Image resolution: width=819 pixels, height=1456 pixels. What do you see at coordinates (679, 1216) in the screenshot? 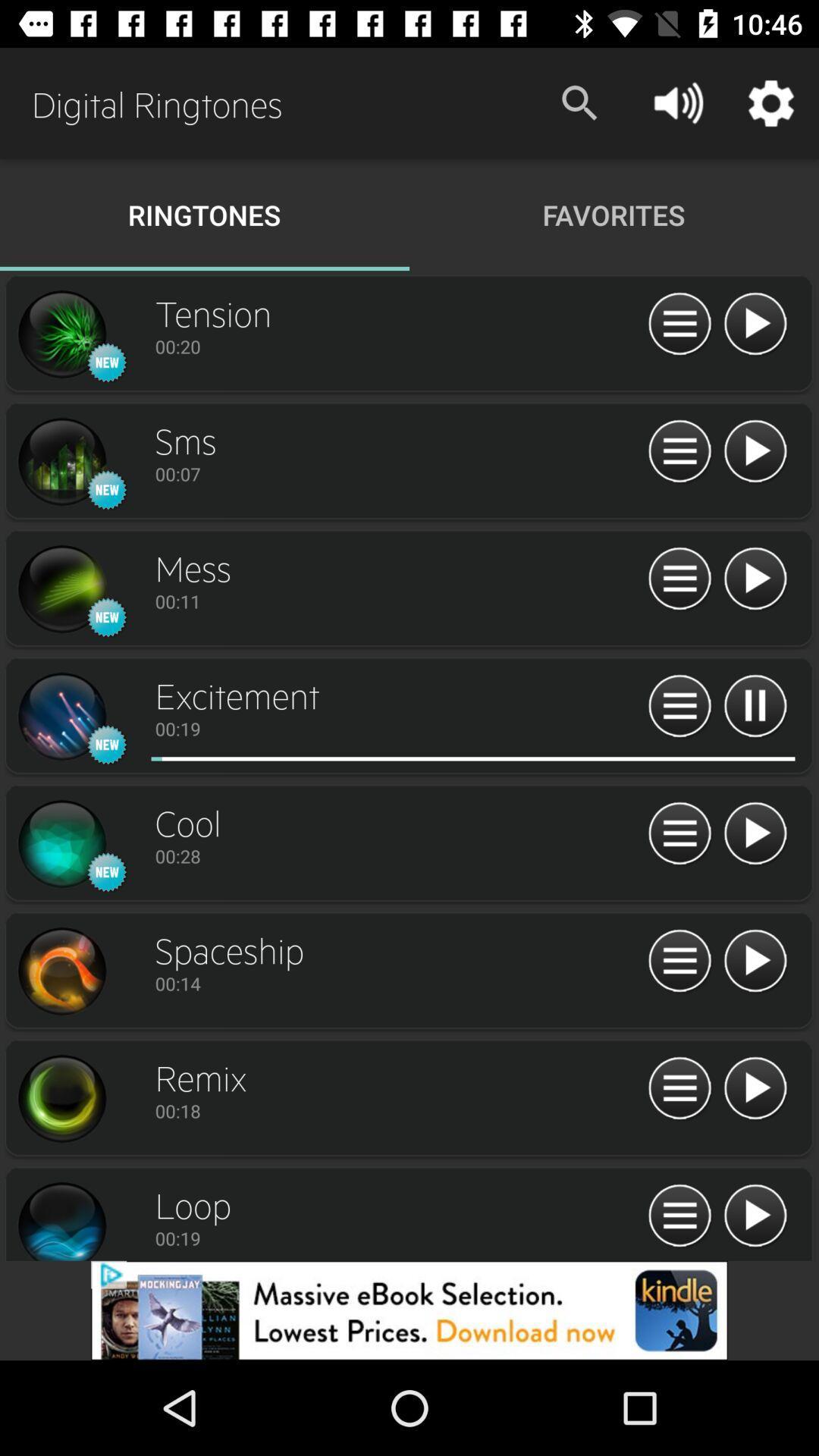
I see `list option` at bounding box center [679, 1216].